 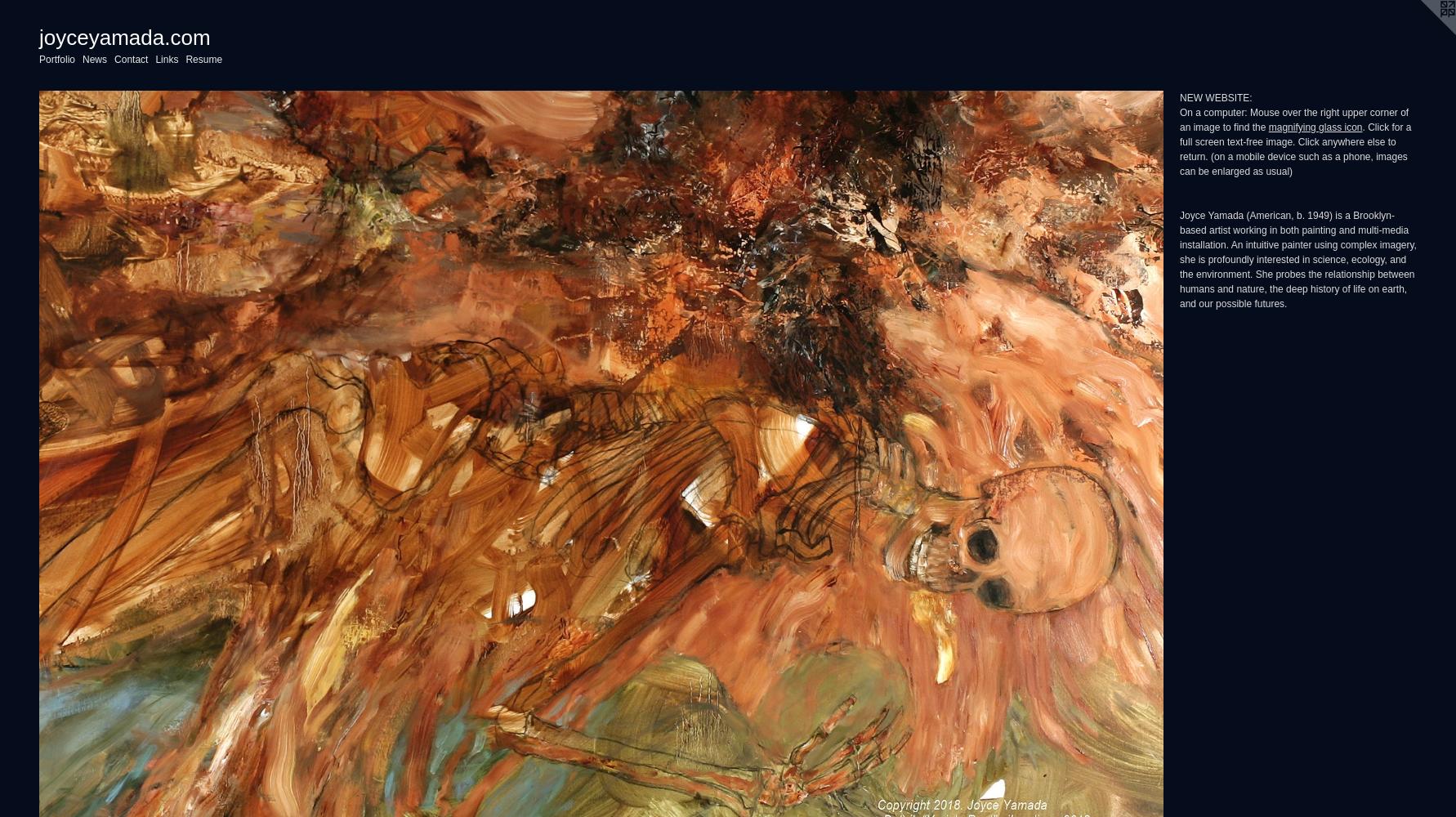 What do you see at coordinates (1293, 120) in the screenshot?
I see `'On a computer: Mouse over the right upper corner of an image to find the'` at bounding box center [1293, 120].